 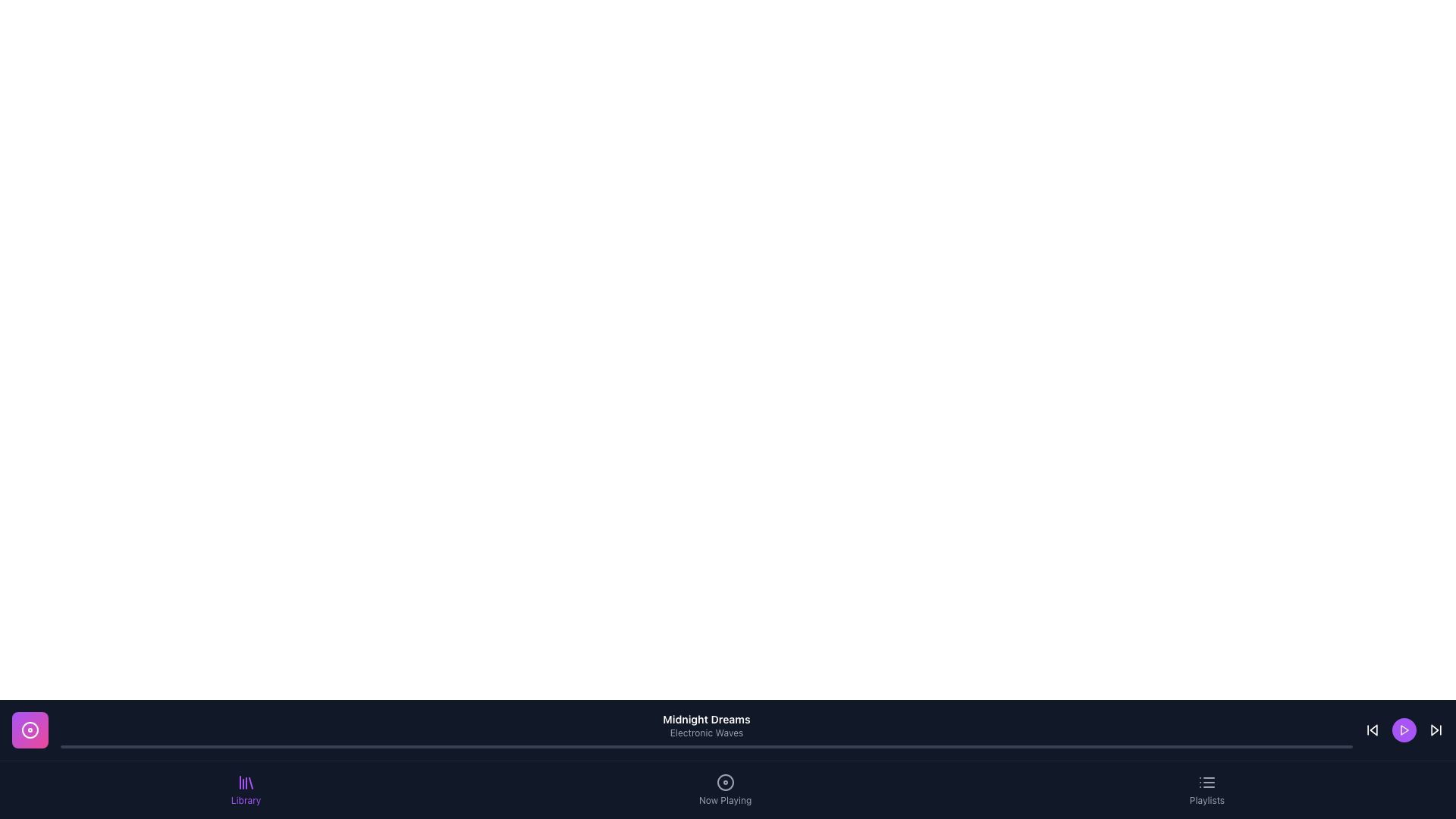 I want to click on the triangular icon pointing to the right located in the bottom-right corner of the control bar, so click(x=1433, y=730).